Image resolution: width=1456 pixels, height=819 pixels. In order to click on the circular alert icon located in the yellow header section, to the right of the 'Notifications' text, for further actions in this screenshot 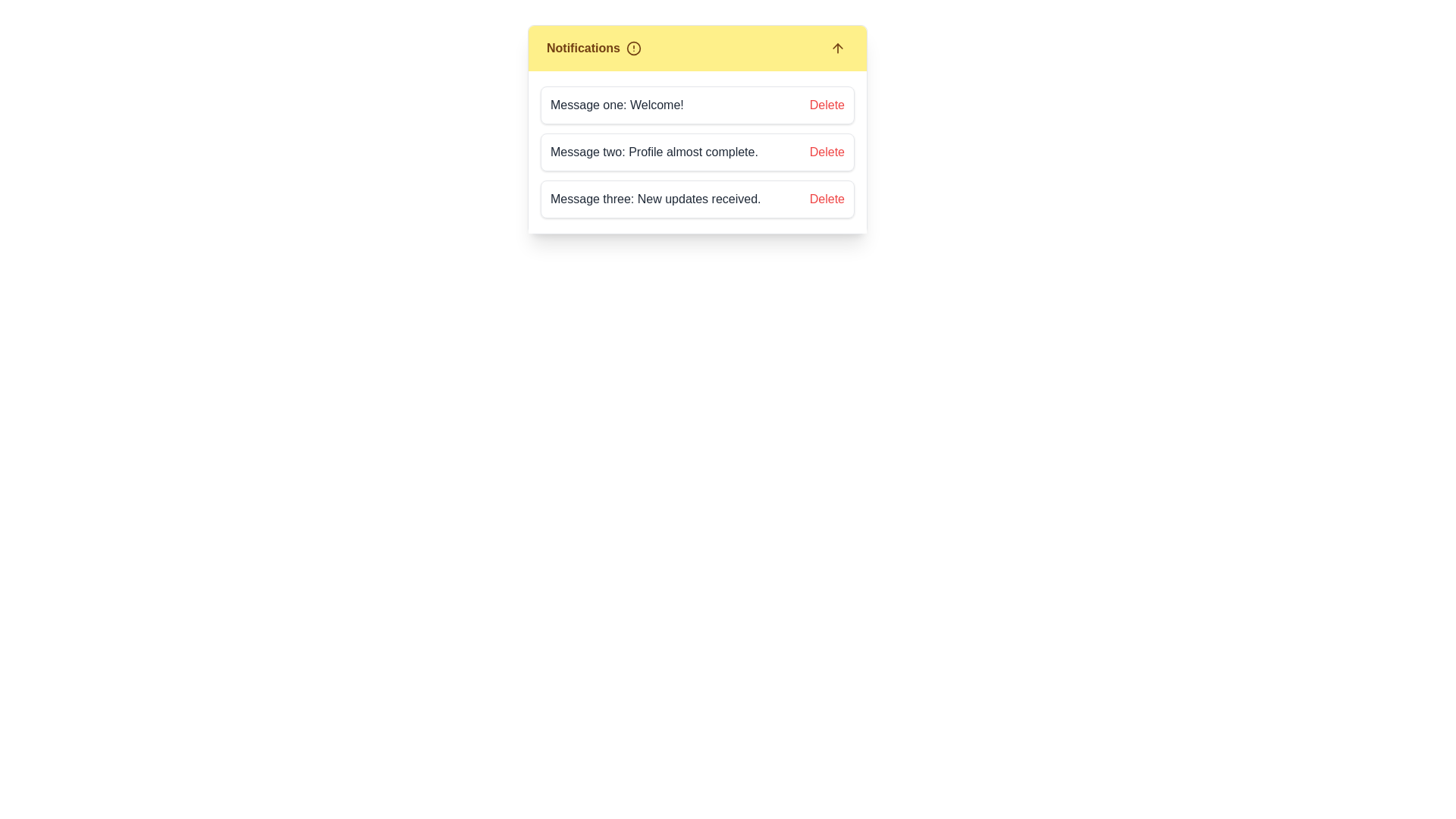, I will do `click(633, 48)`.